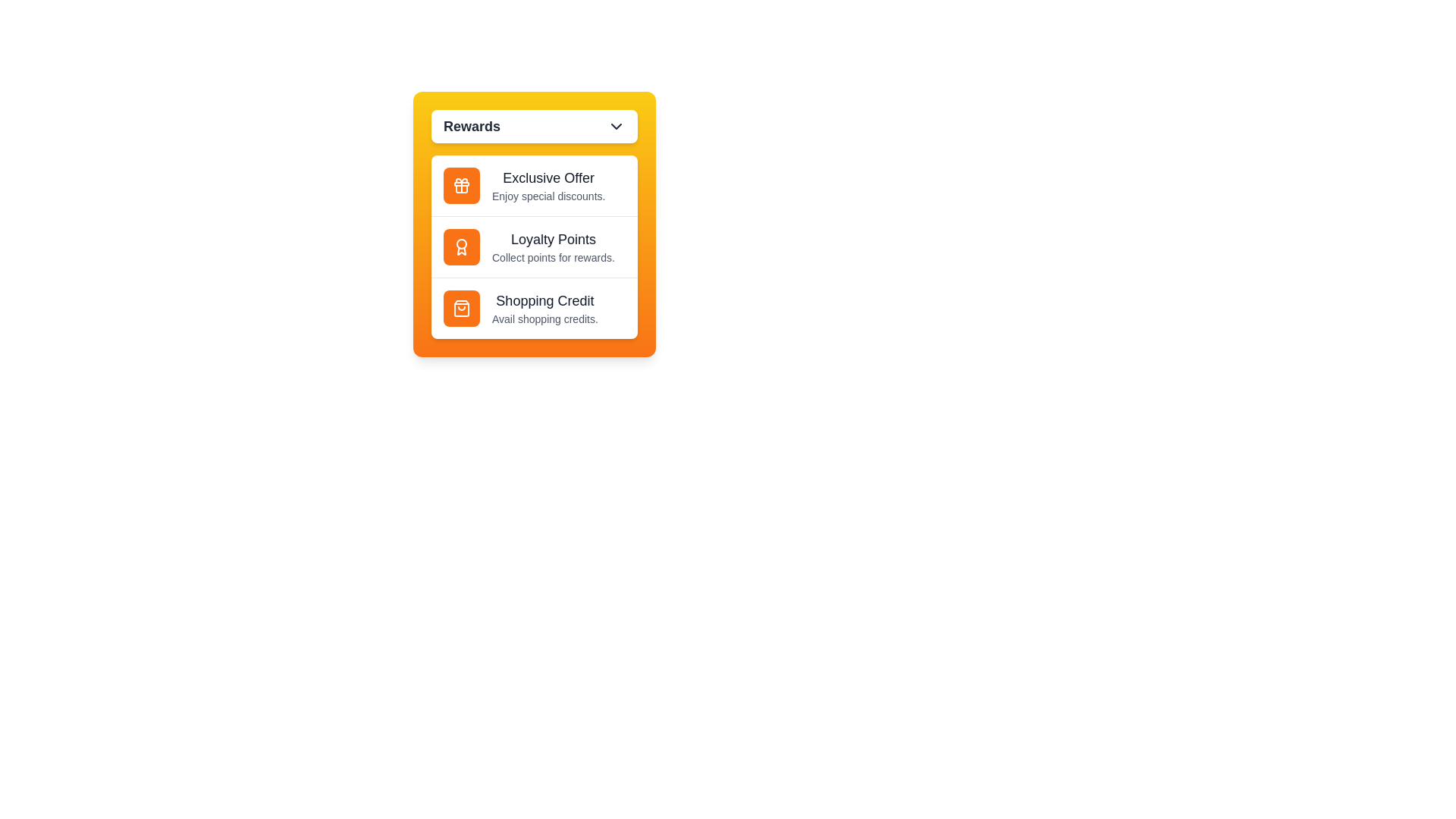 The image size is (1456, 819). I want to click on the 'Shopping Credit' icon located in the third row under the 'Rewards' heading, which serves as a visual indicator for shopping credit, so click(461, 308).